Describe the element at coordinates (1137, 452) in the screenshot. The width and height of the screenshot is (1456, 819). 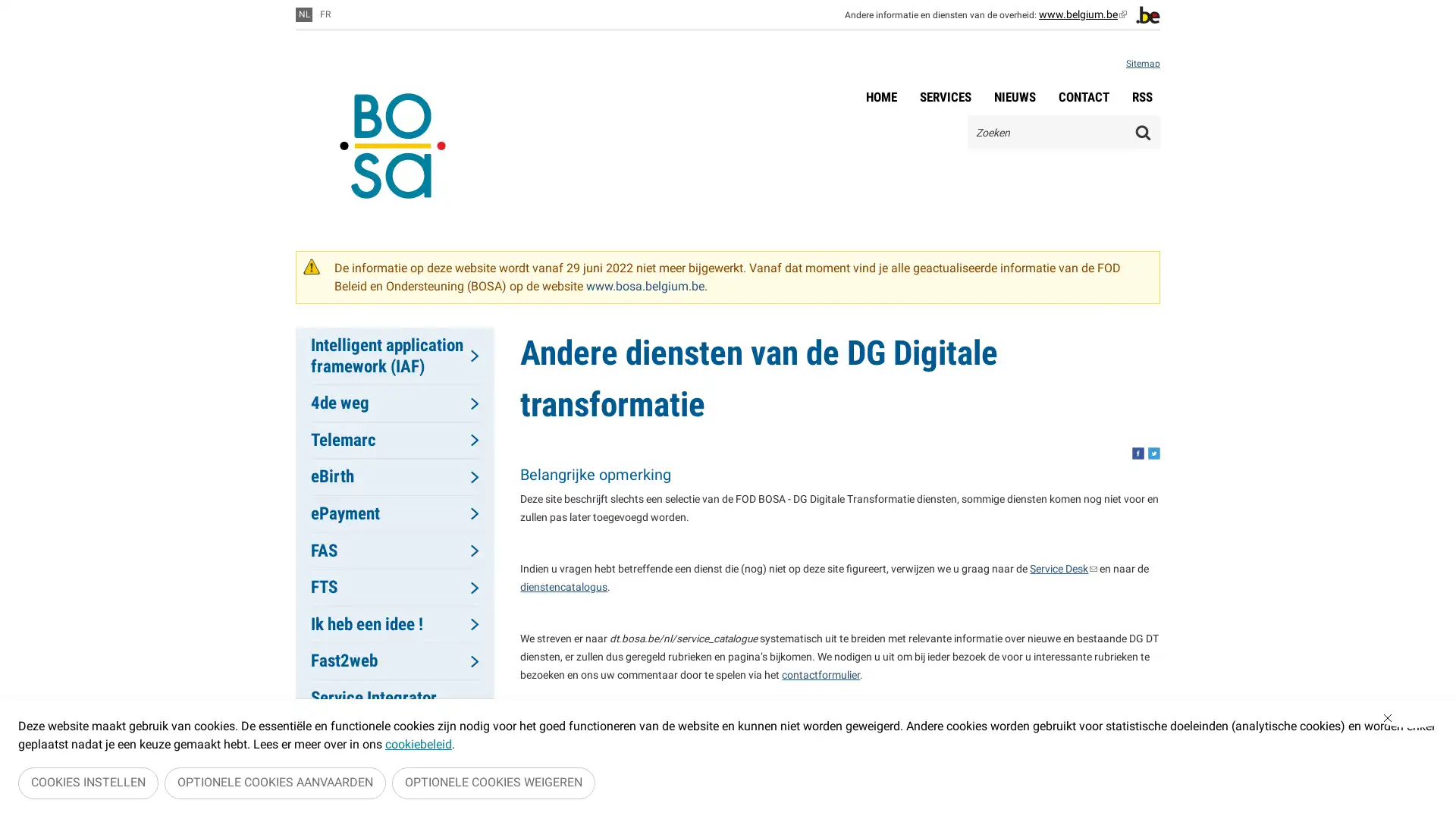
I see `Share this, facebook. This button opens a new window` at that location.